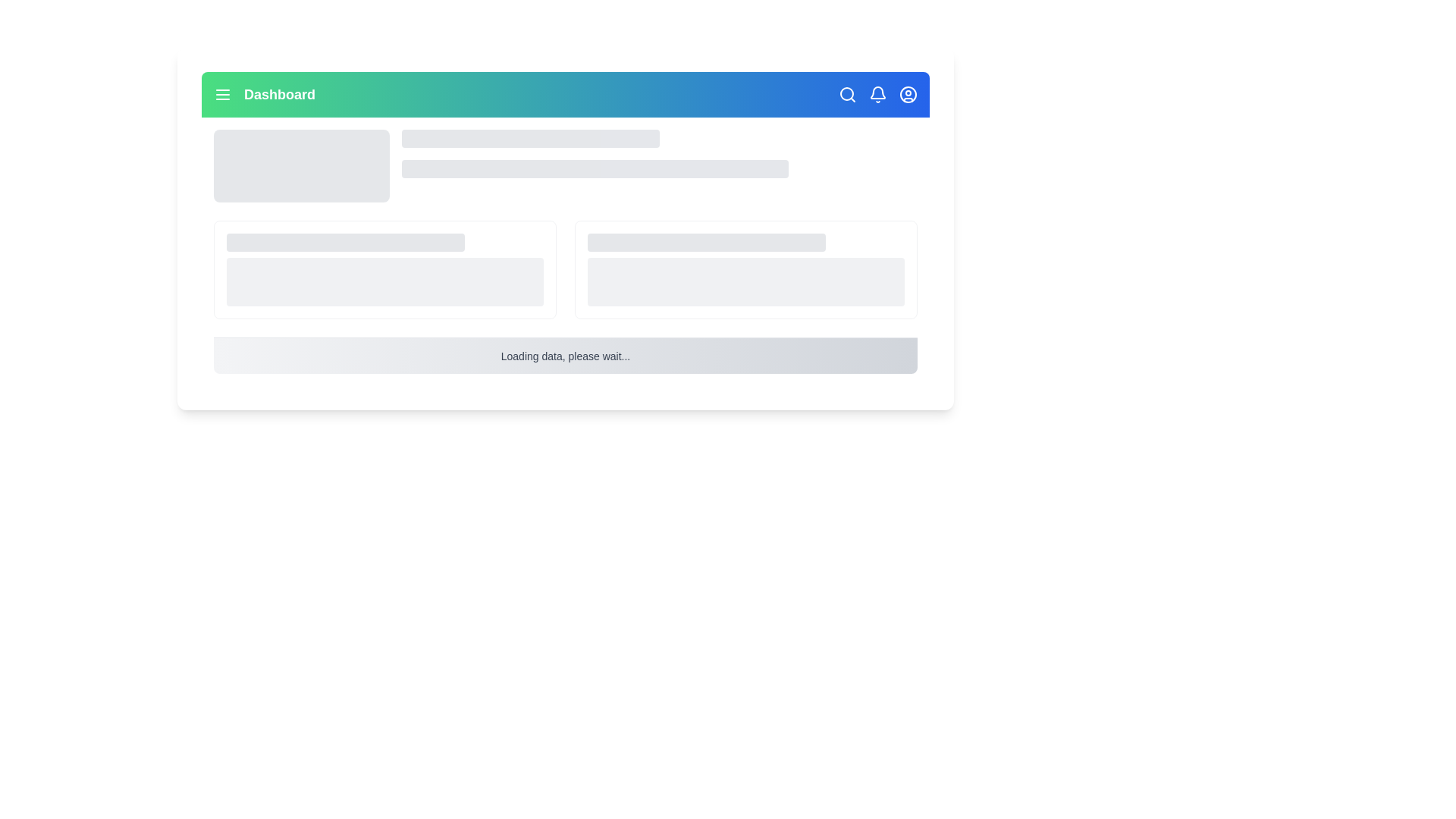 The height and width of the screenshot is (819, 1456). I want to click on the magnifying glass icon located on the top-right section of the interface within a blue bar, so click(847, 94).